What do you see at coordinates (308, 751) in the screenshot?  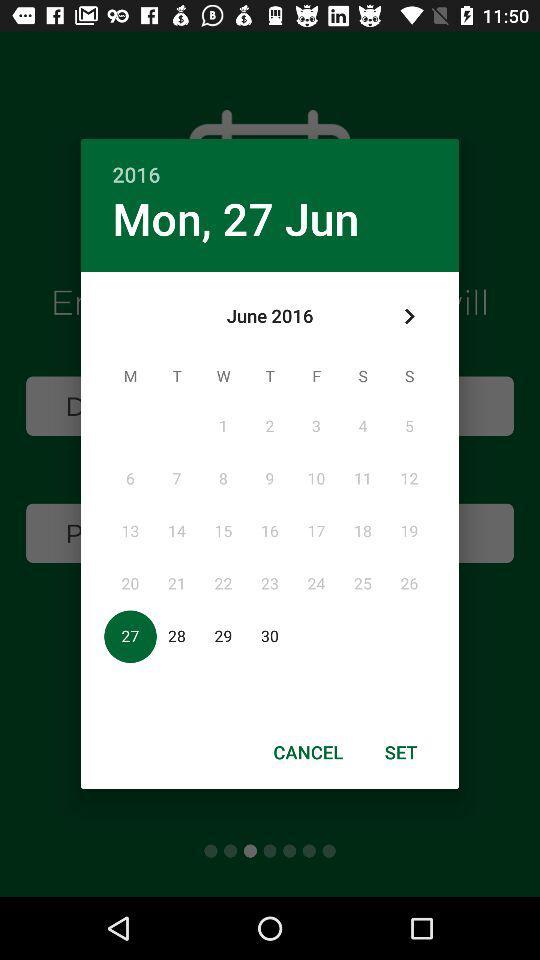 I see `the icon to the left of set item` at bounding box center [308, 751].